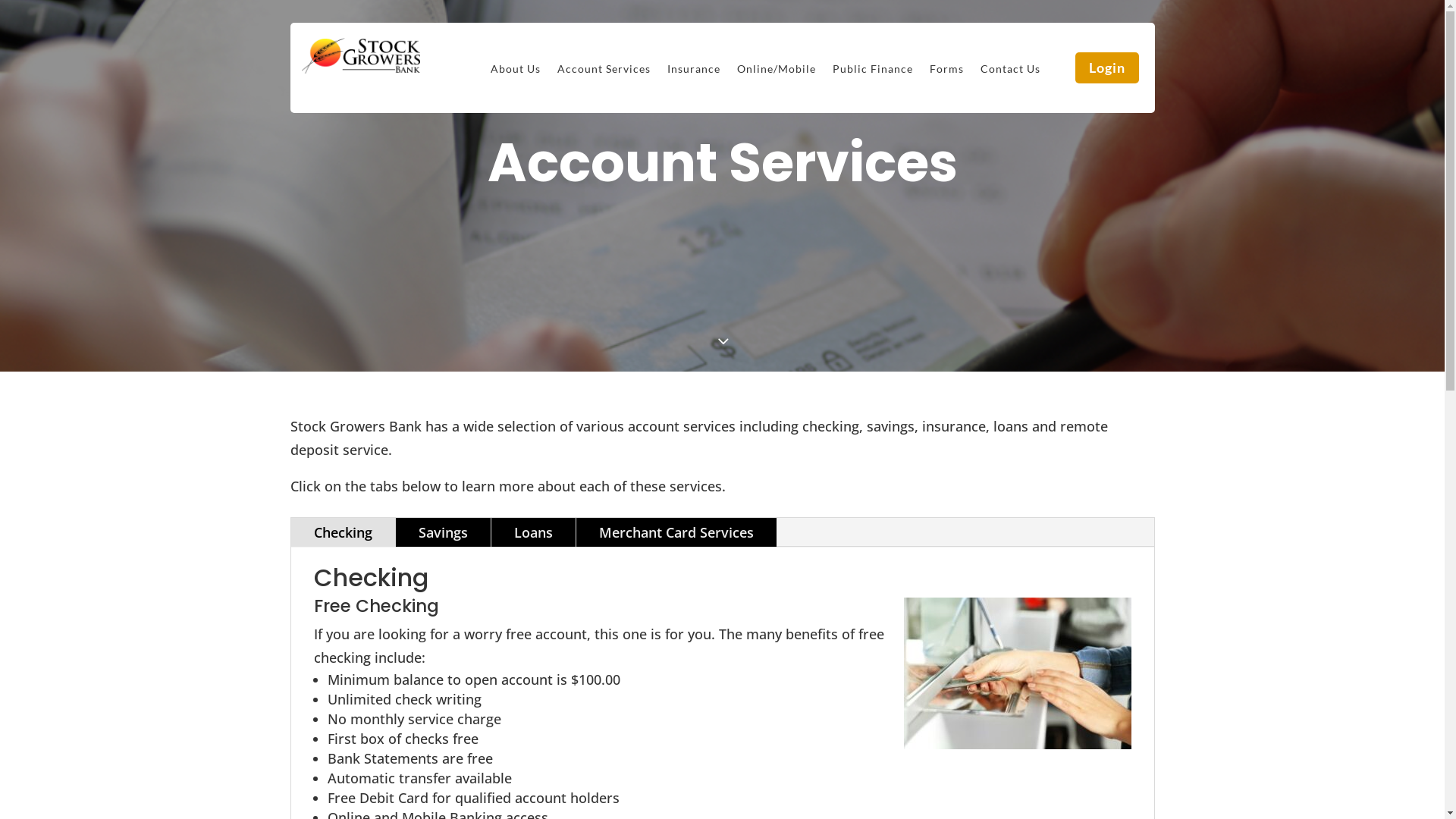 The width and height of the screenshot is (1456, 819). What do you see at coordinates (442, 532) in the screenshot?
I see `'Savings'` at bounding box center [442, 532].